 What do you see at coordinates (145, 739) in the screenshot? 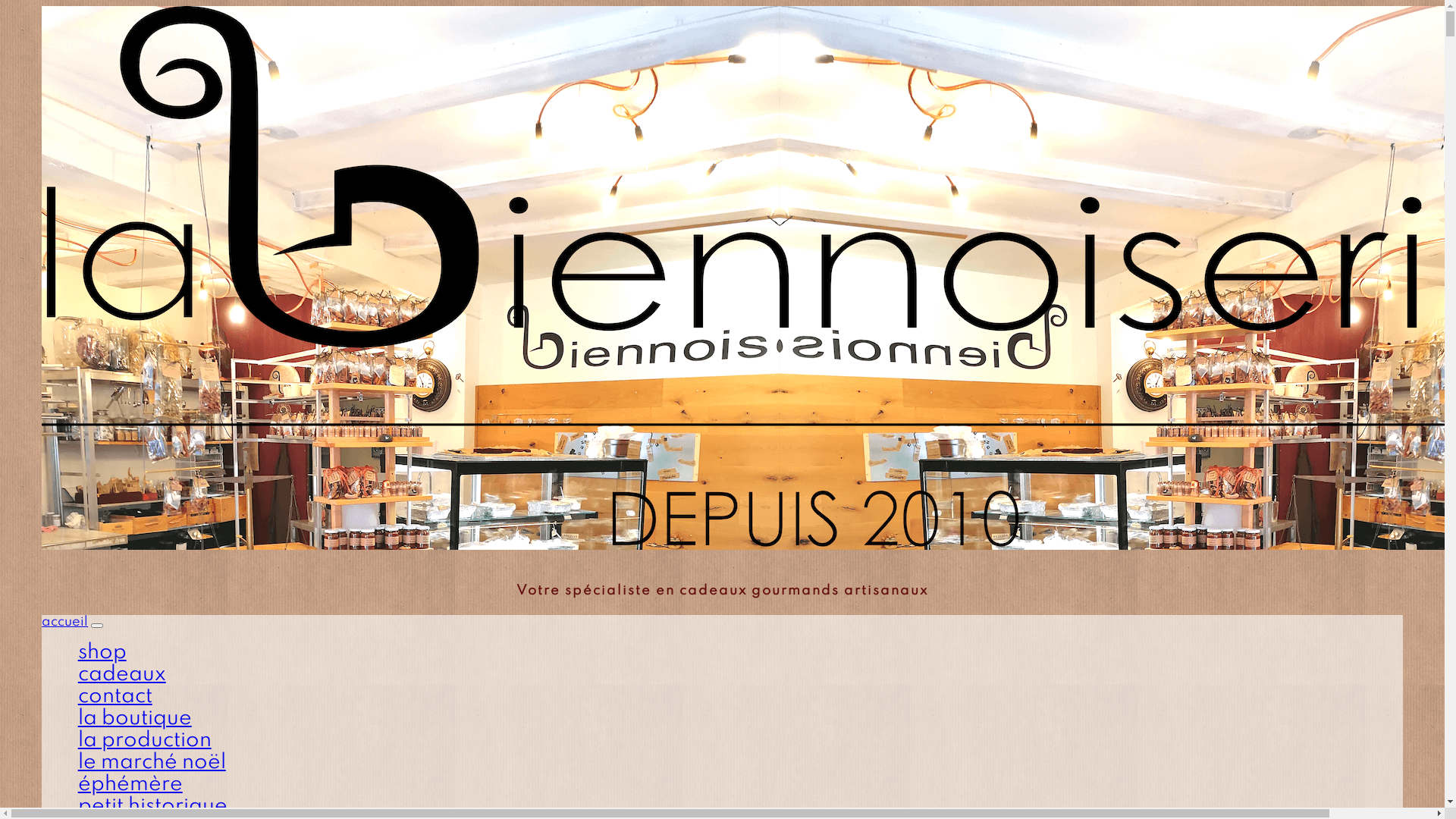
I see `'la production'` at bounding box center [145, 739].